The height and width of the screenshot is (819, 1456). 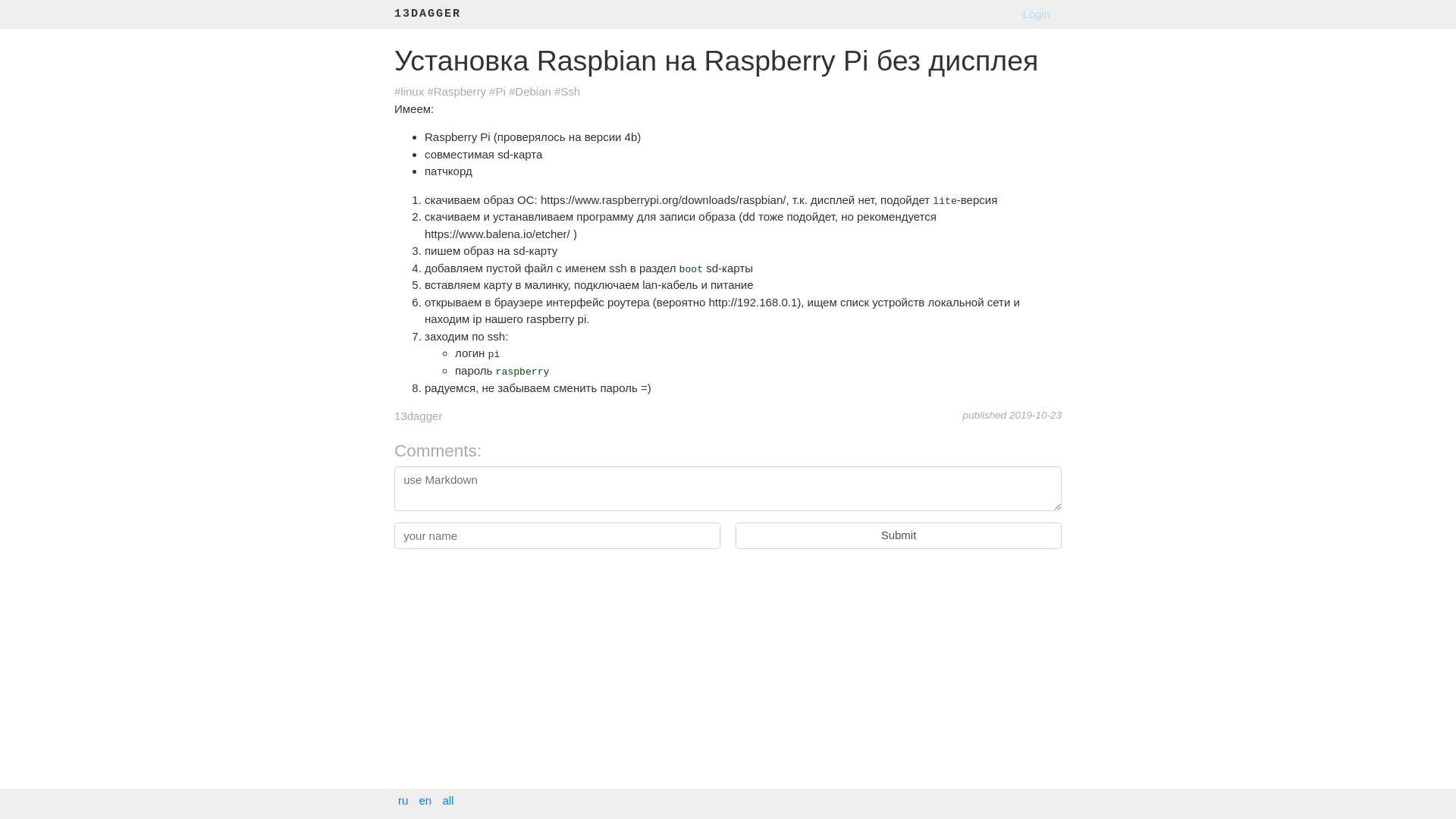 What do you see at coordinates (425, 800) in the screenshot?
I see `'en'` at bounding box center [425, 800].